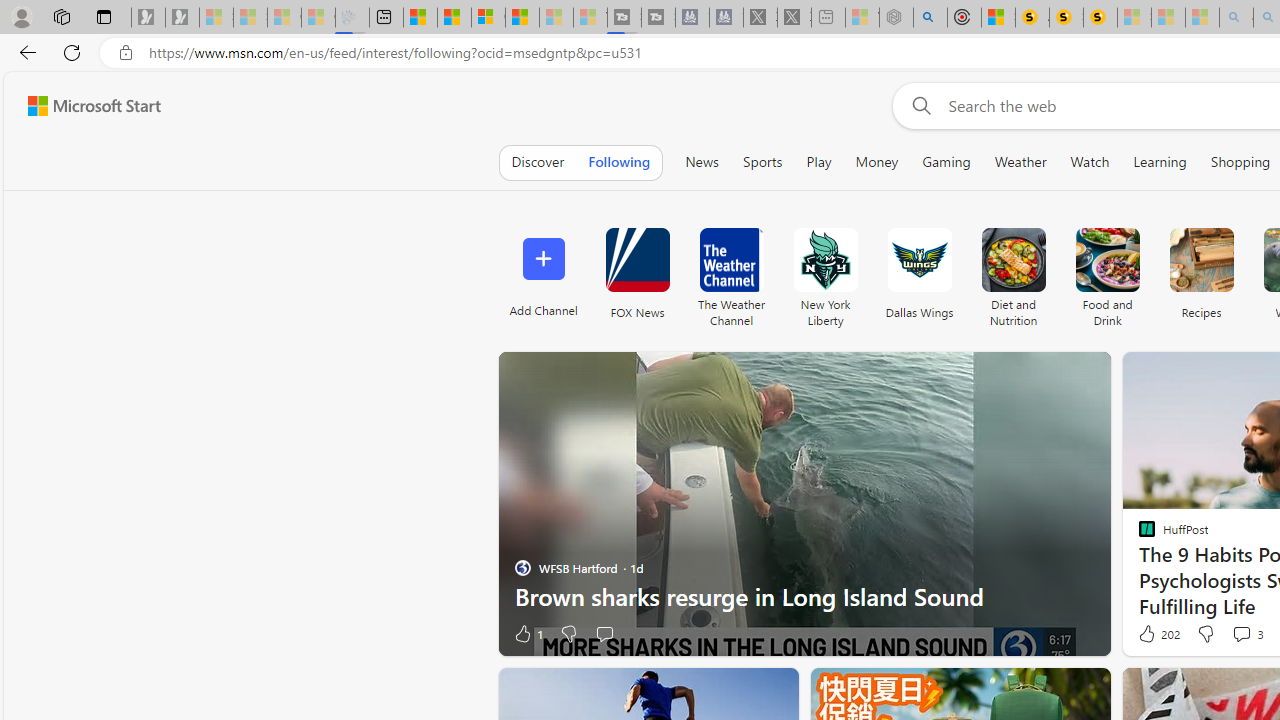 The image size is (1280, 720). I want to click on 'View comments 3 Comment', so click(1246, 633).